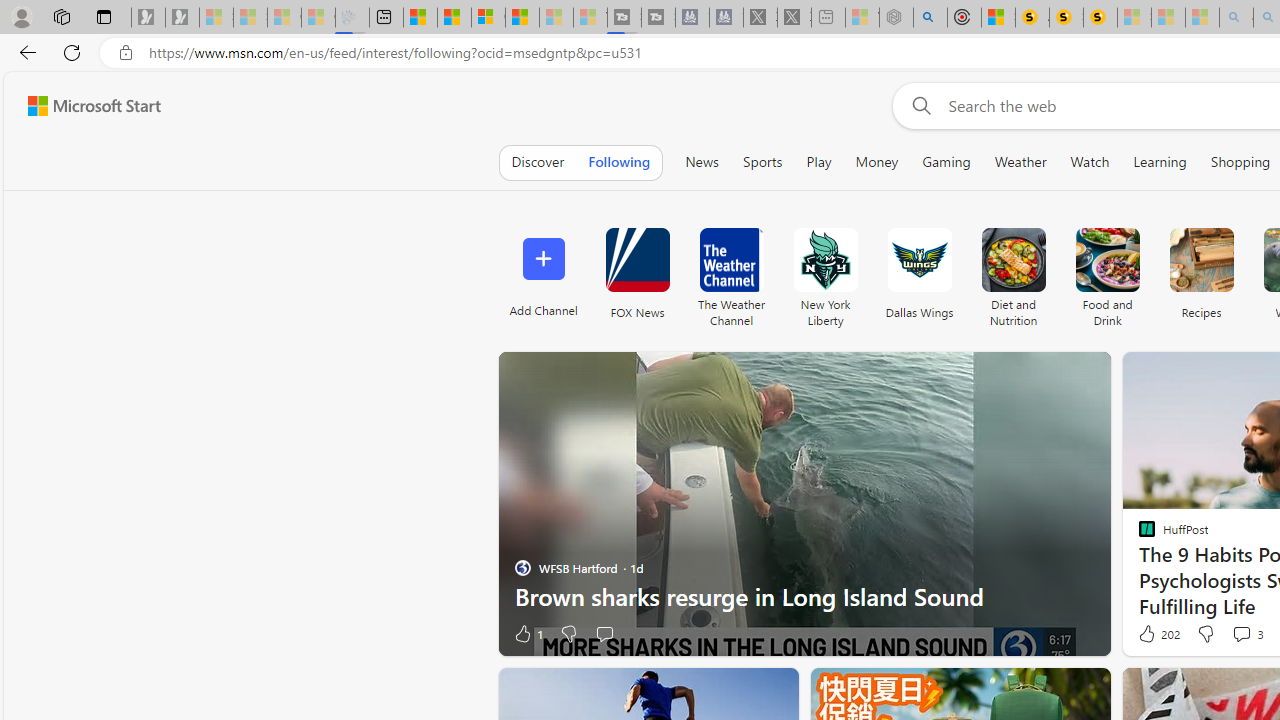 The image size is (1280, 720). I want to click on 'View comments 3 Comment', so click(1246, 633).